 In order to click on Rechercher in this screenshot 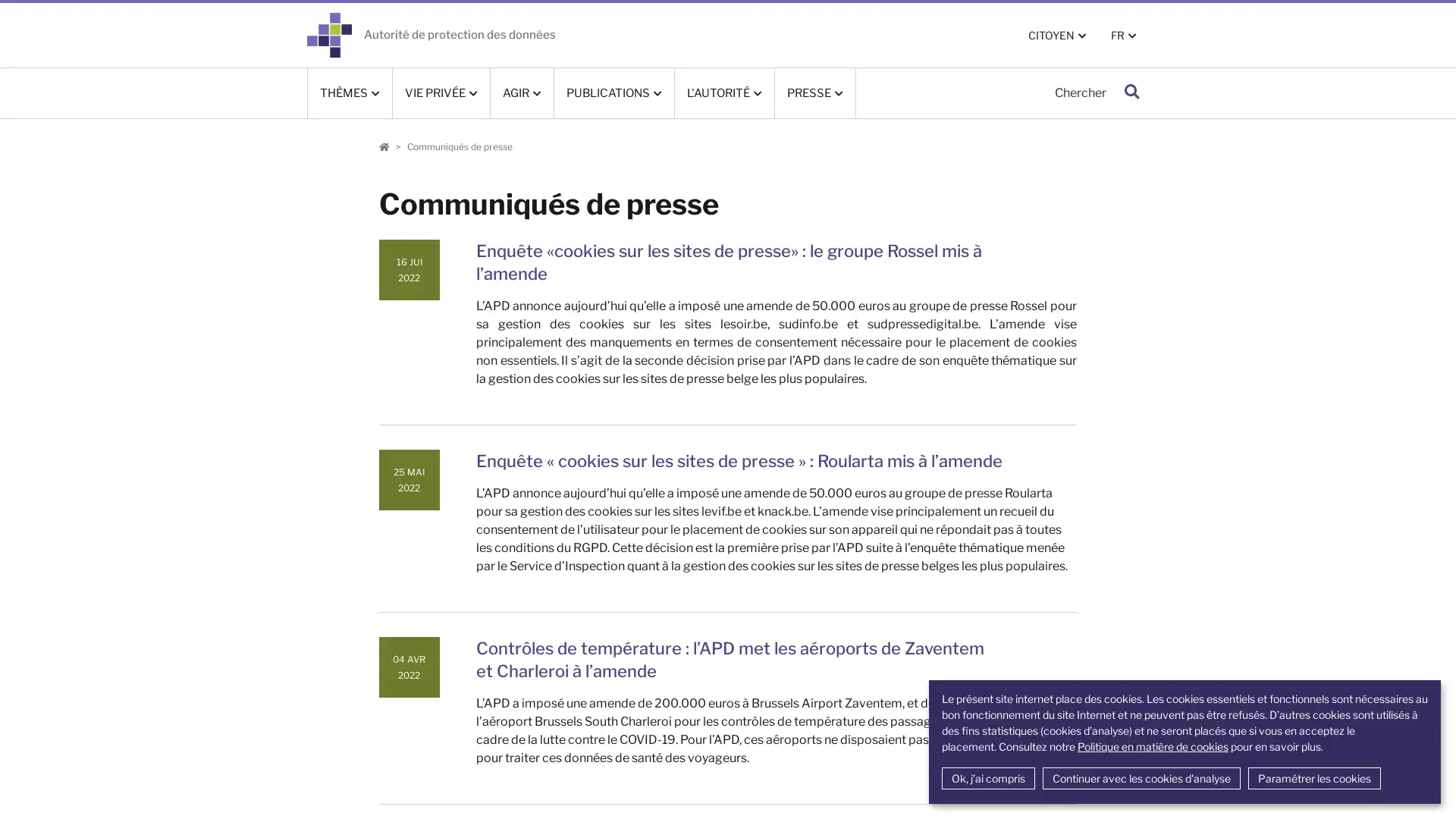, I will do `click(1131, 93)`.